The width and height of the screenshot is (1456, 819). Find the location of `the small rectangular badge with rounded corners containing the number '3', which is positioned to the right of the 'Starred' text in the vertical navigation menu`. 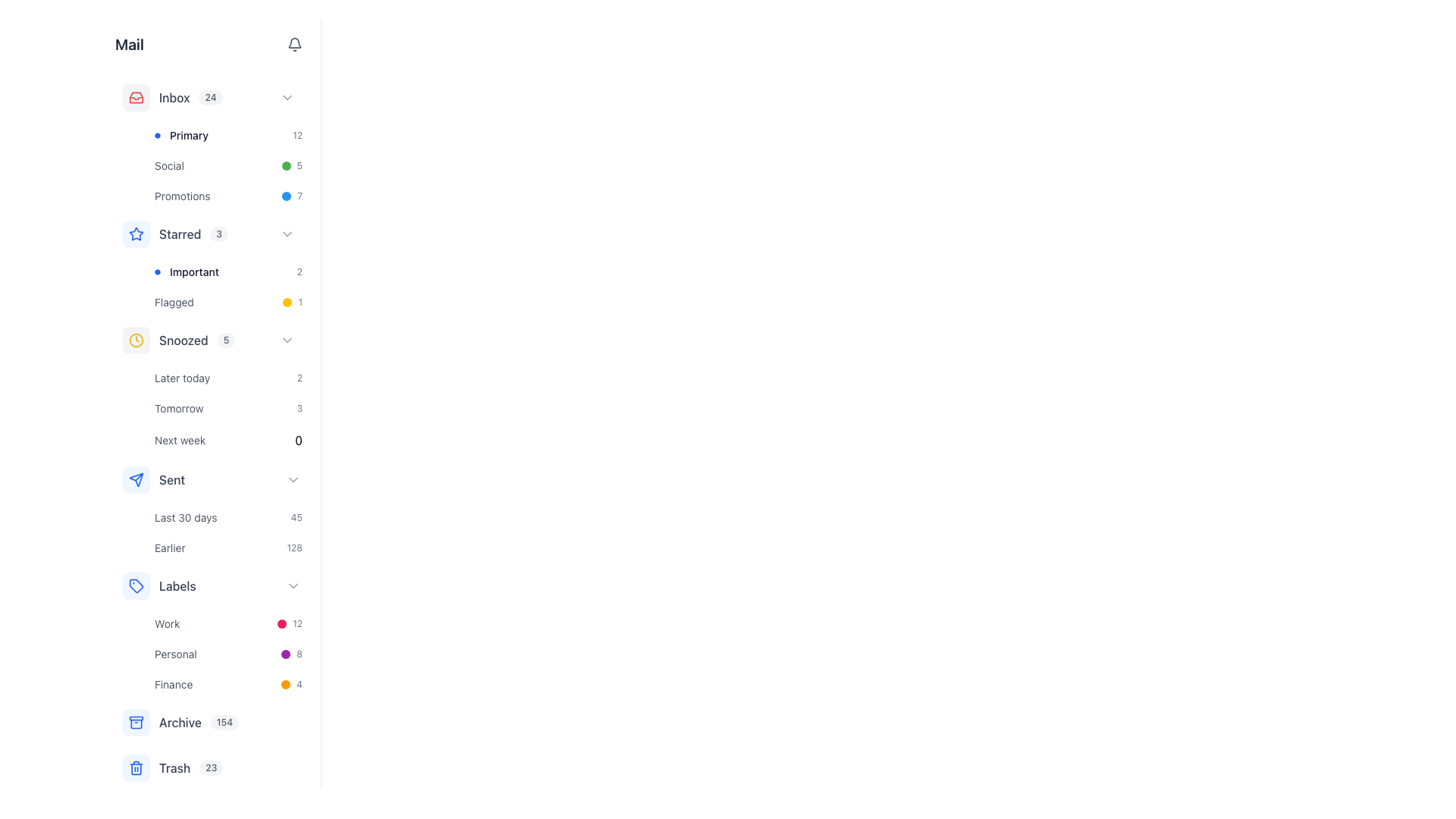

the small rectangular badge with rounded corners containing the number '3', which is positioned to the right of the 'Starred' text in the vertical navigation menu is located at coordinates (218, 234).